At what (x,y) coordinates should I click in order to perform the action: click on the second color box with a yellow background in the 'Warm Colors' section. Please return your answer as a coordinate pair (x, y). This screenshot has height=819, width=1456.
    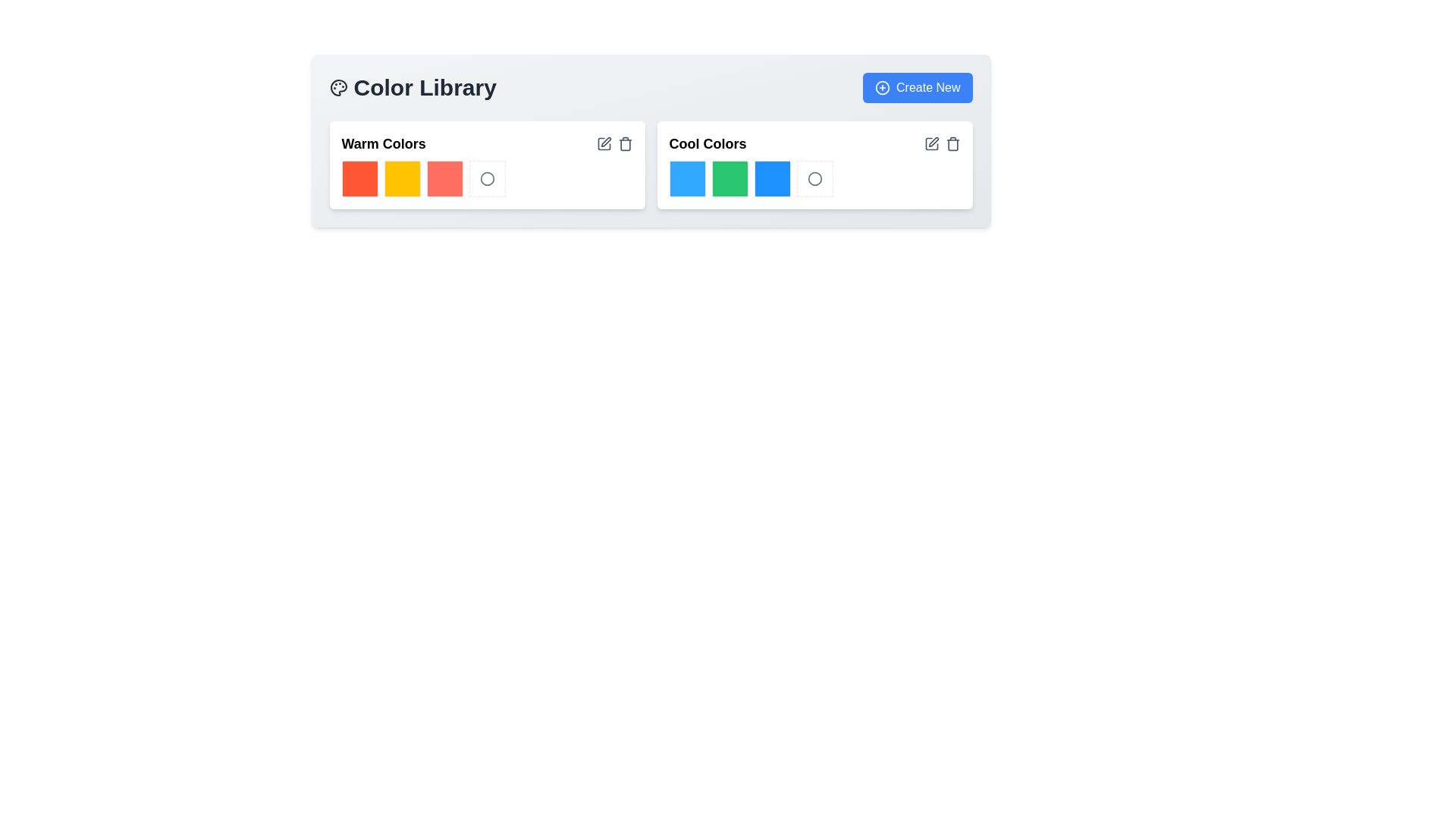
    Looking at the image, I should click on (402, 177).